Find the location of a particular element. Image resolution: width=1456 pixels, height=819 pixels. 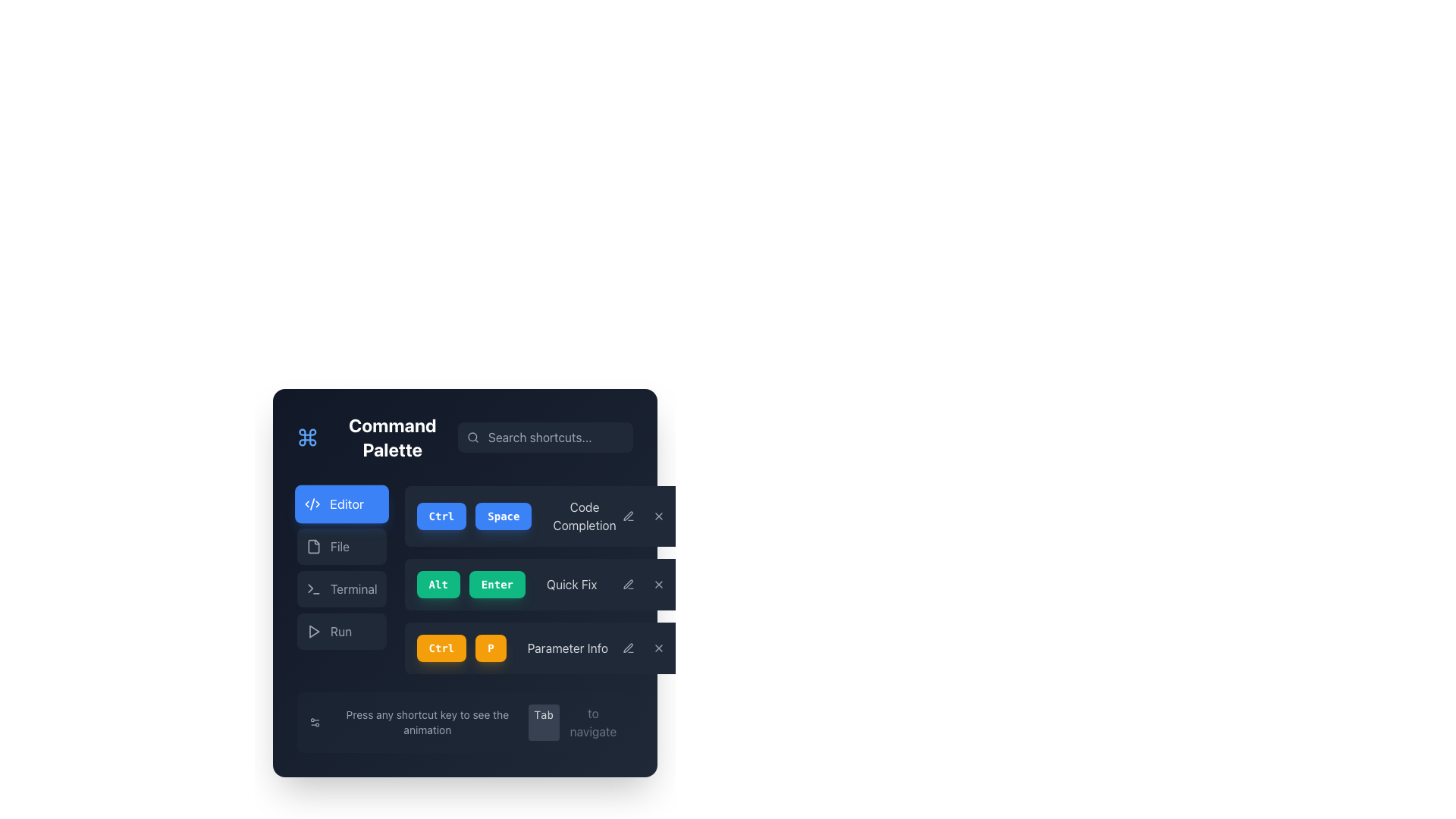

the text label displaying 'Terminal', which is styled in light grey against a dark background and is located in the lower section of the 'Command Palette' interface, adjacent to a terminal icon is located at coordinates (353, 588).